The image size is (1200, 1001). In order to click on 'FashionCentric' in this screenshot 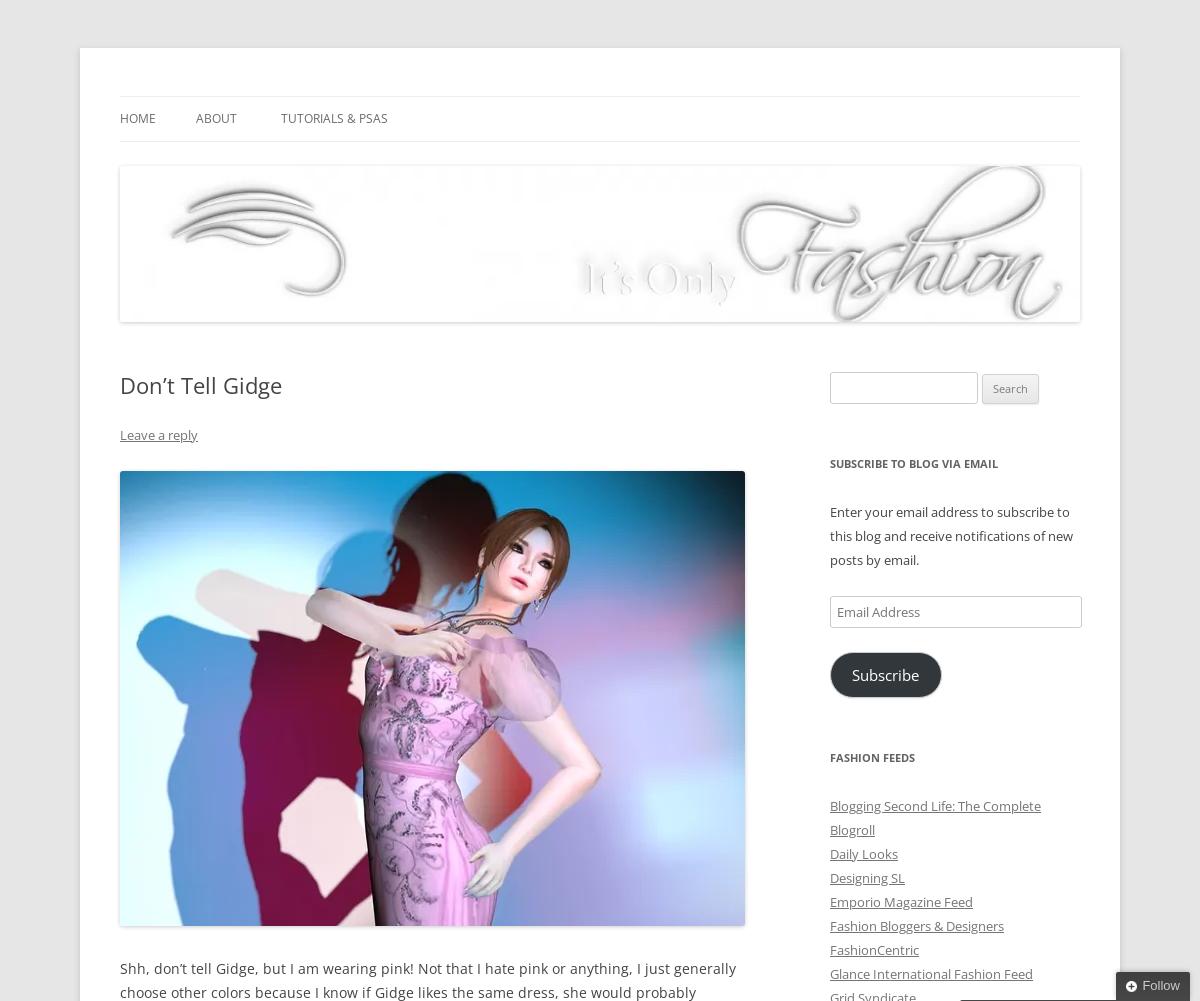, I will do `click(873, 948)`.